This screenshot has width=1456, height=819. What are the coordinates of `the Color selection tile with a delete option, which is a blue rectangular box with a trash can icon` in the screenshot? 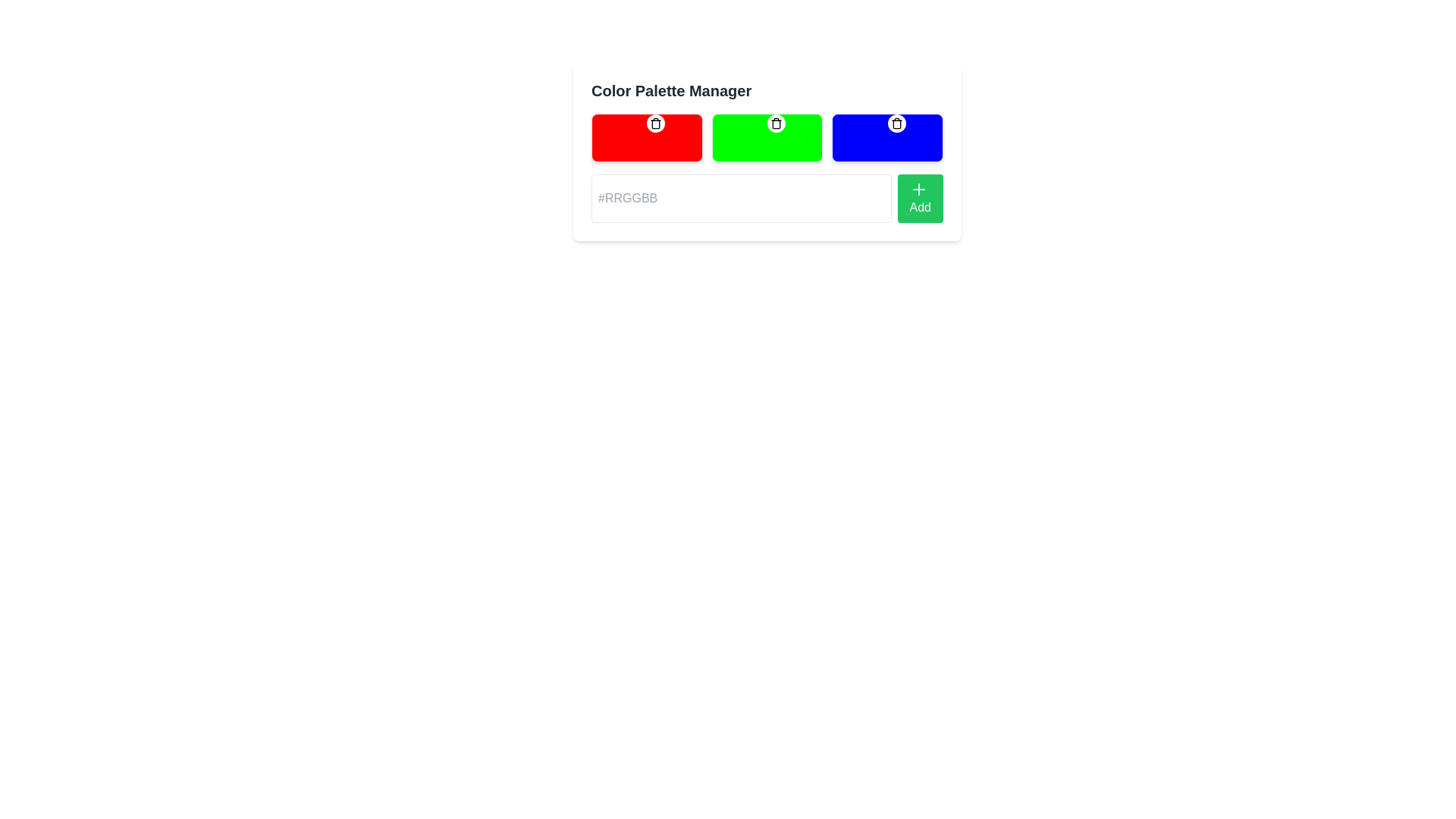 It's located at (887, 137).